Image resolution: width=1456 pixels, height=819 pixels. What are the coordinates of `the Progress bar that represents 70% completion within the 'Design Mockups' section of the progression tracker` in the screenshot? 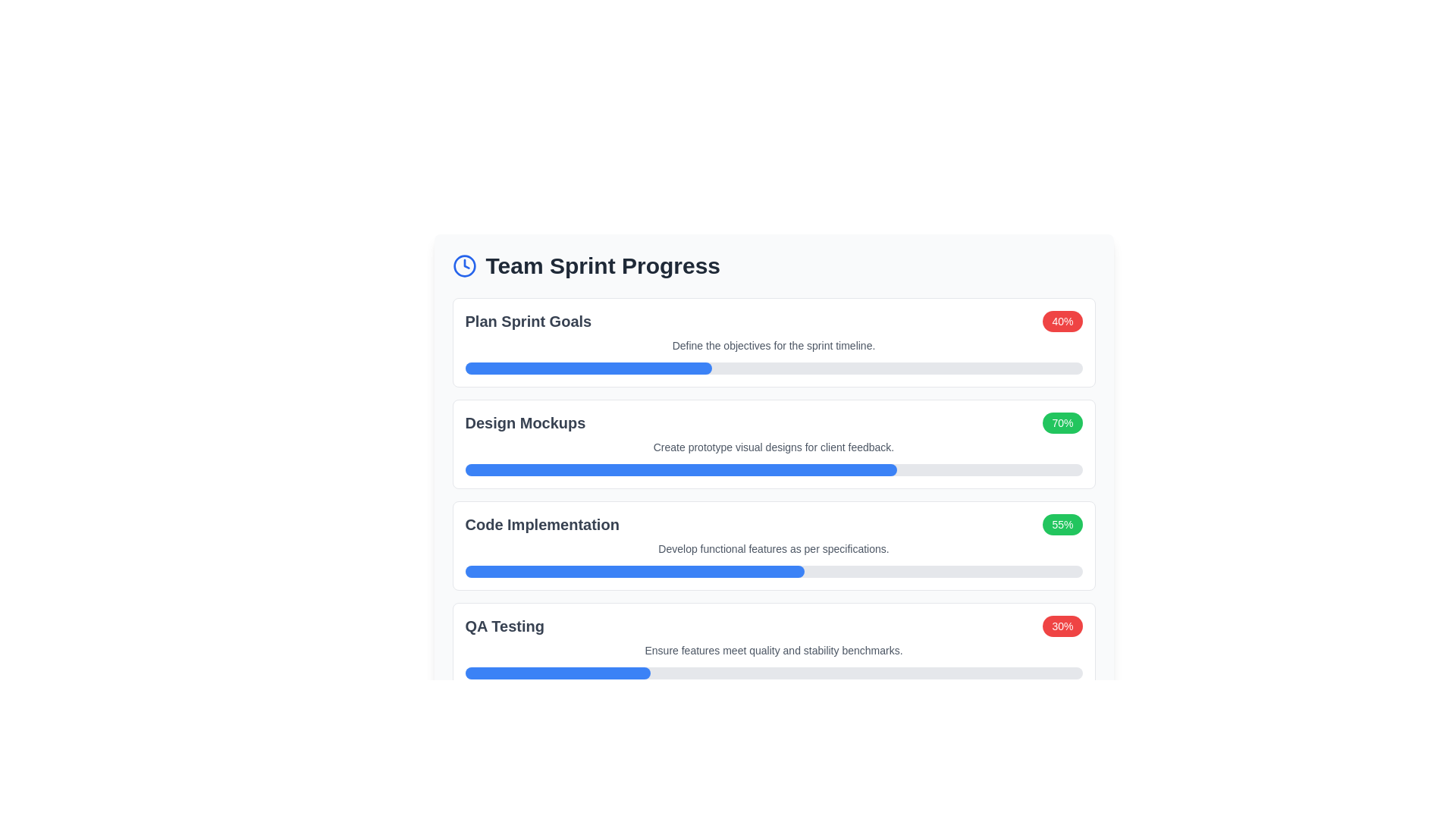 It's located at (680, 469).